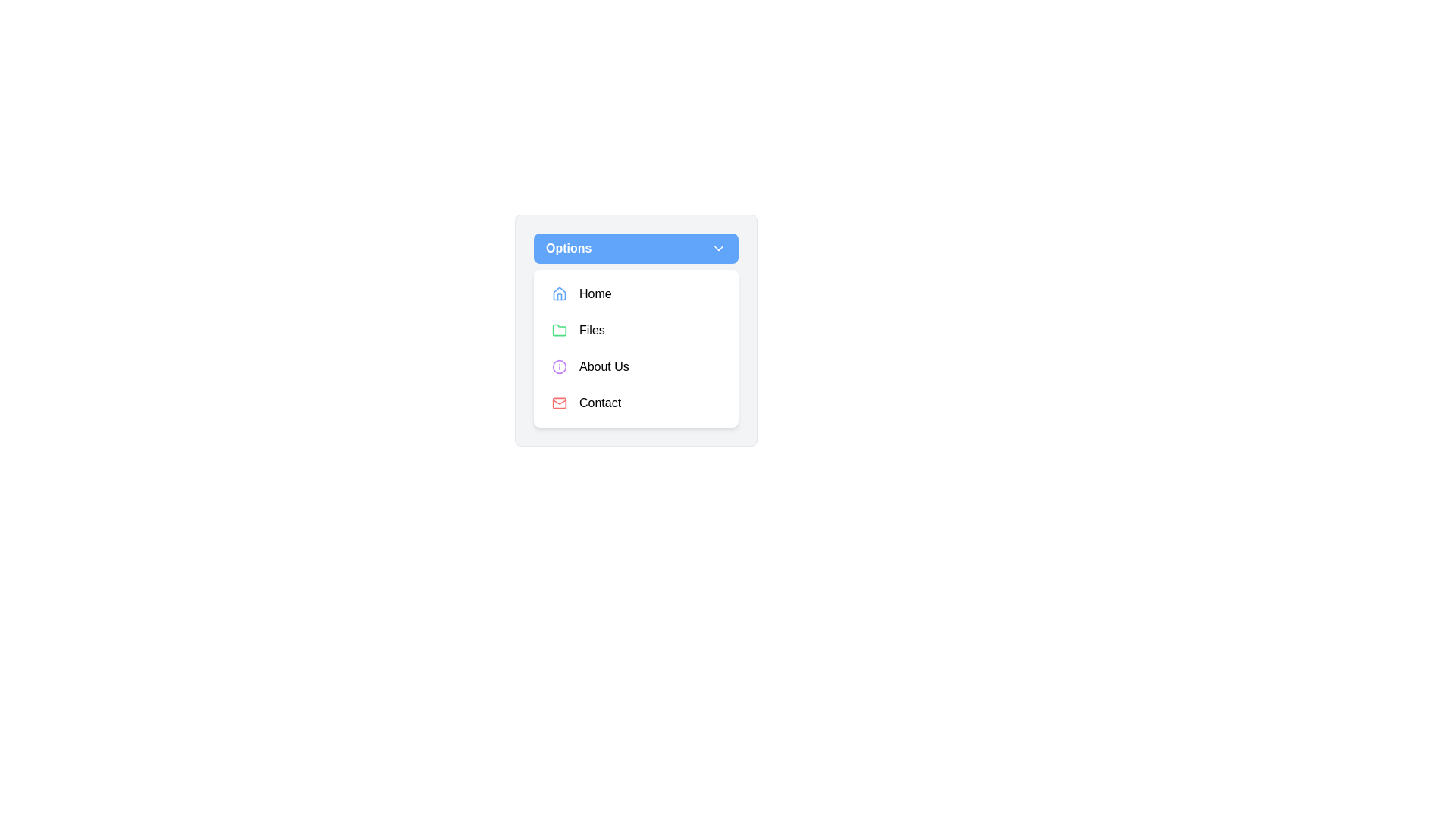 The height and width of the screenshot is (819, 1456). Describe the element at coordinates (559, 294) in the screenshot. I see `the 'Home' icon located in the dropdown menu under 'Options', which is the first icon to the left of the 'Home' label` at that location.